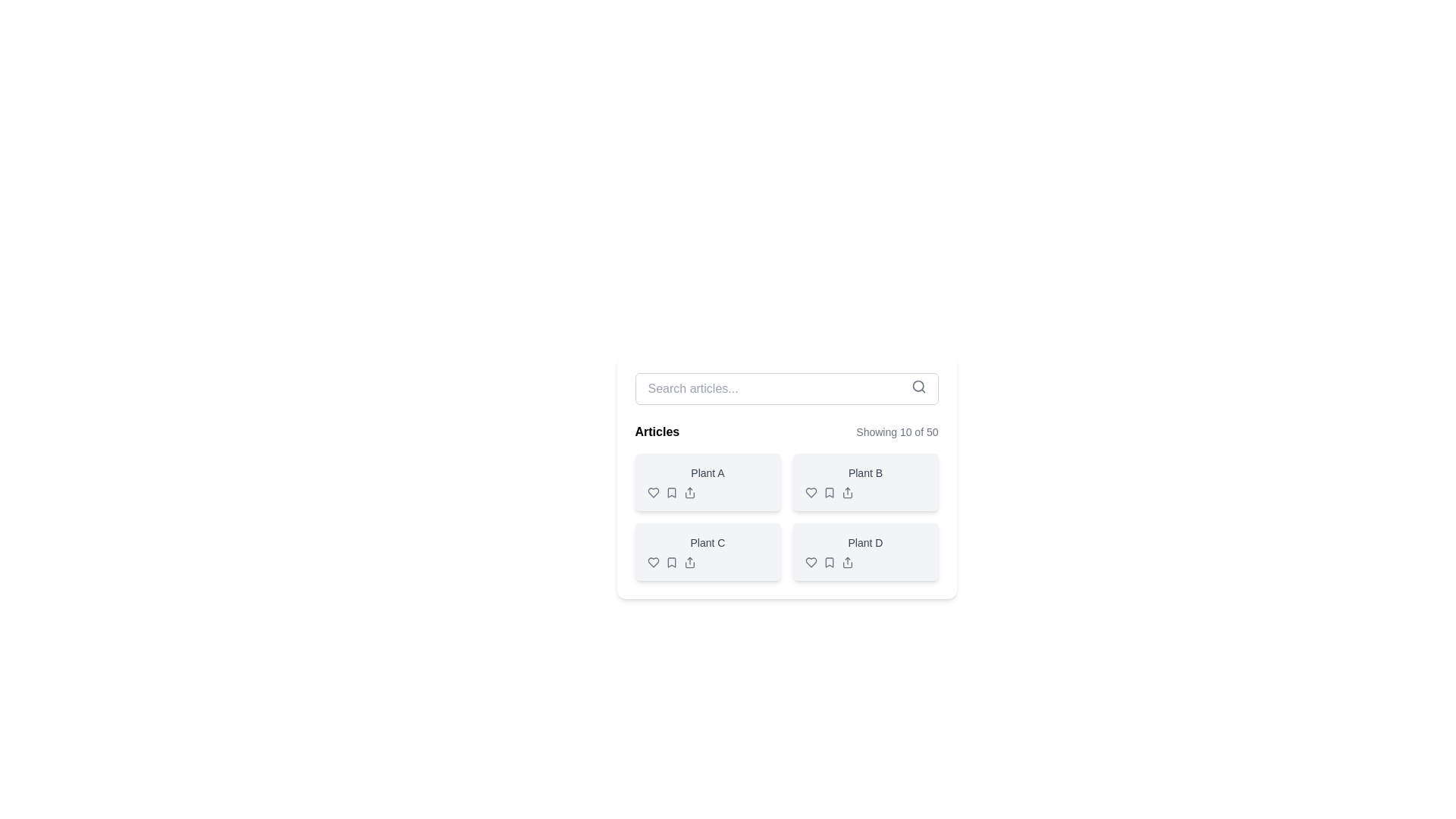 Image resolution: width=1456 pixels, height=819 pixels. What do you see at coordinates (917, 385) in the screenshot?
I see `the decorative SVG circle that forms the lens of the magnifying glass symbol within the search function icon, located near the top-right corner of the search bar` at bounding box center [917, 385].